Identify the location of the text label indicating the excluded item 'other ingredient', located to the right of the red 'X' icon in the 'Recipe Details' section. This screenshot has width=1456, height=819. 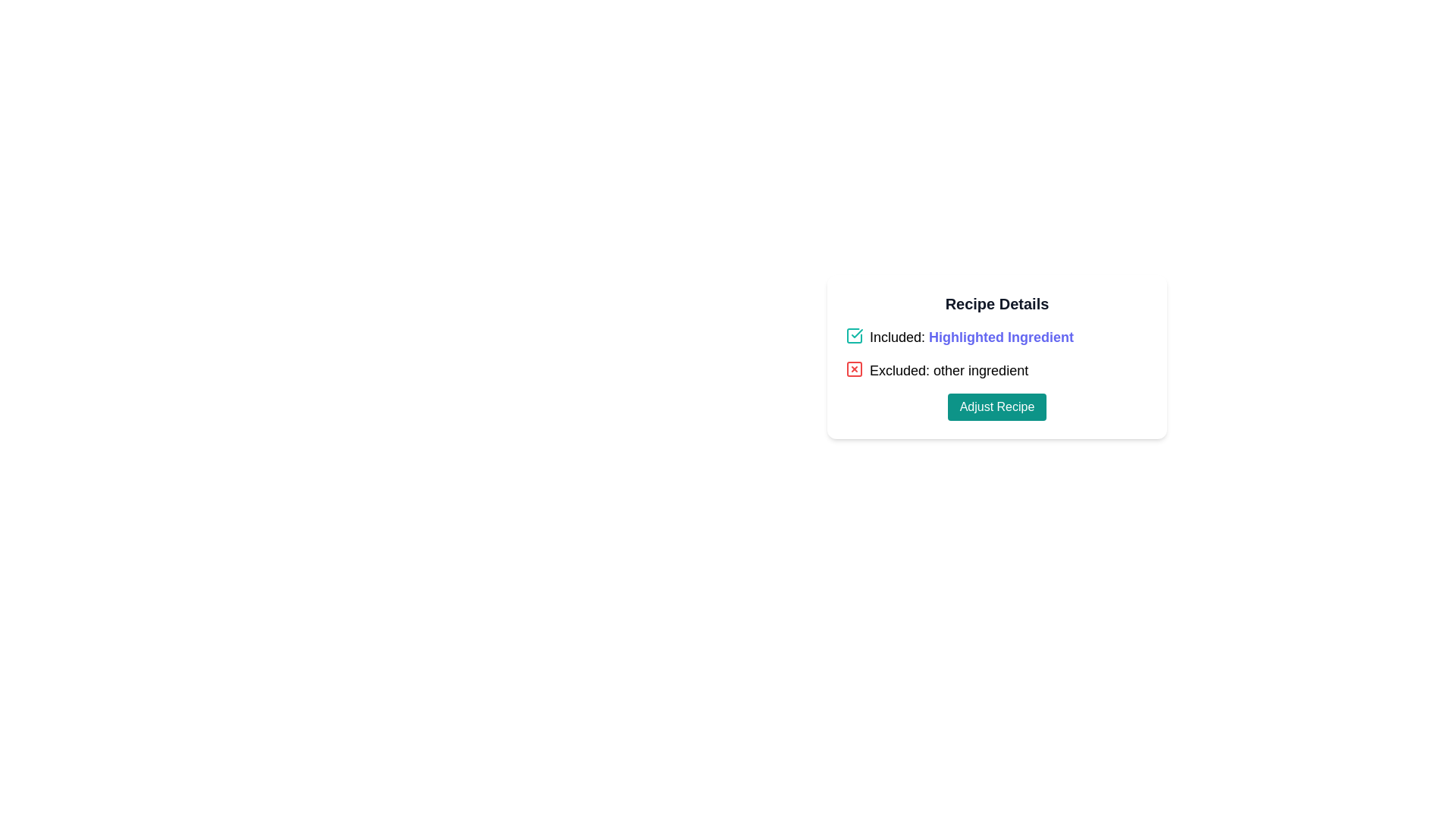
(948, 371).